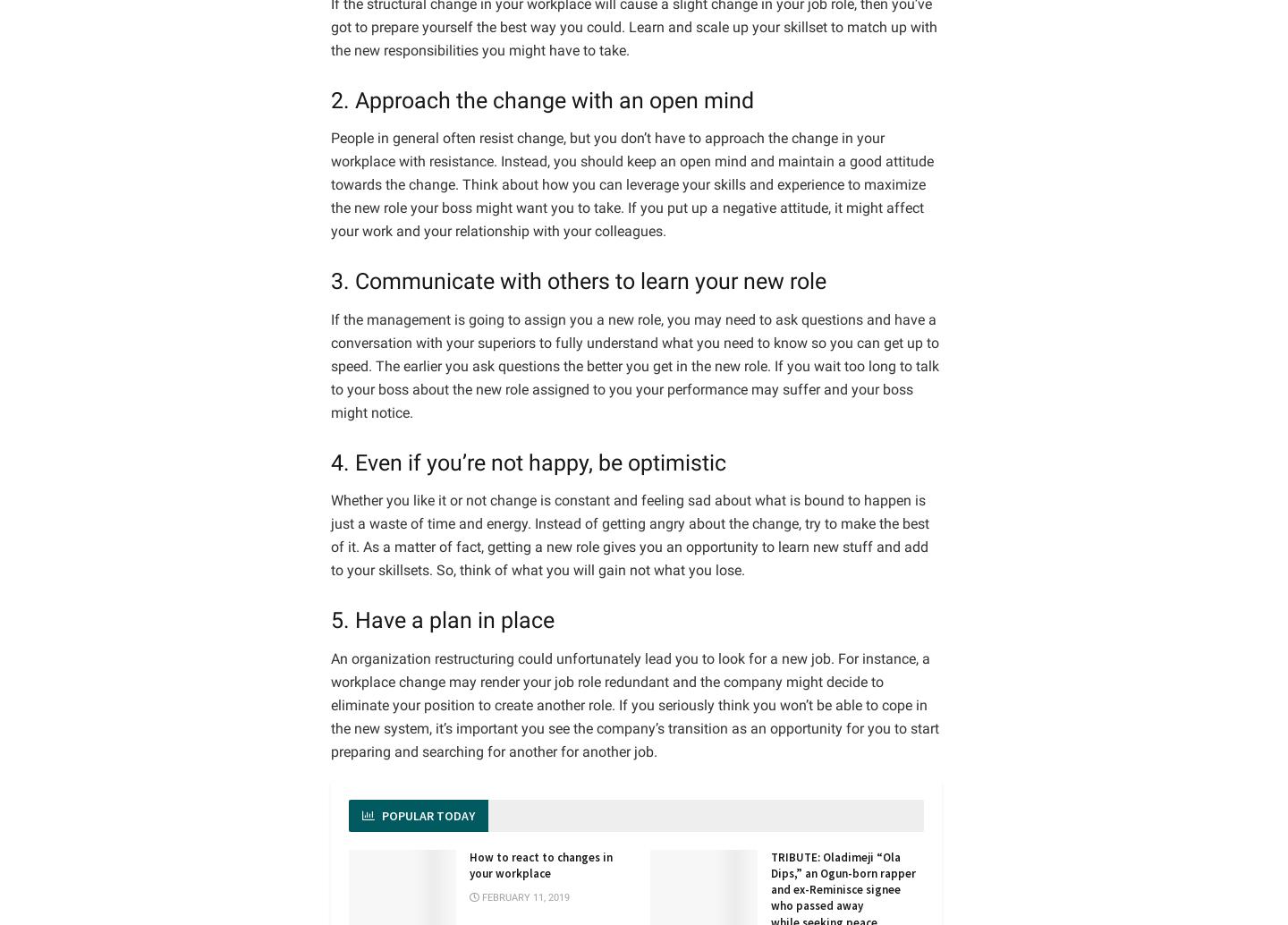 This screenshot has height=925, width=1288. What do you see at coordinates (329, 99) in the screenshot?
I see `'2. Approach the change with an open mind'` at bounding box center [329, 99].